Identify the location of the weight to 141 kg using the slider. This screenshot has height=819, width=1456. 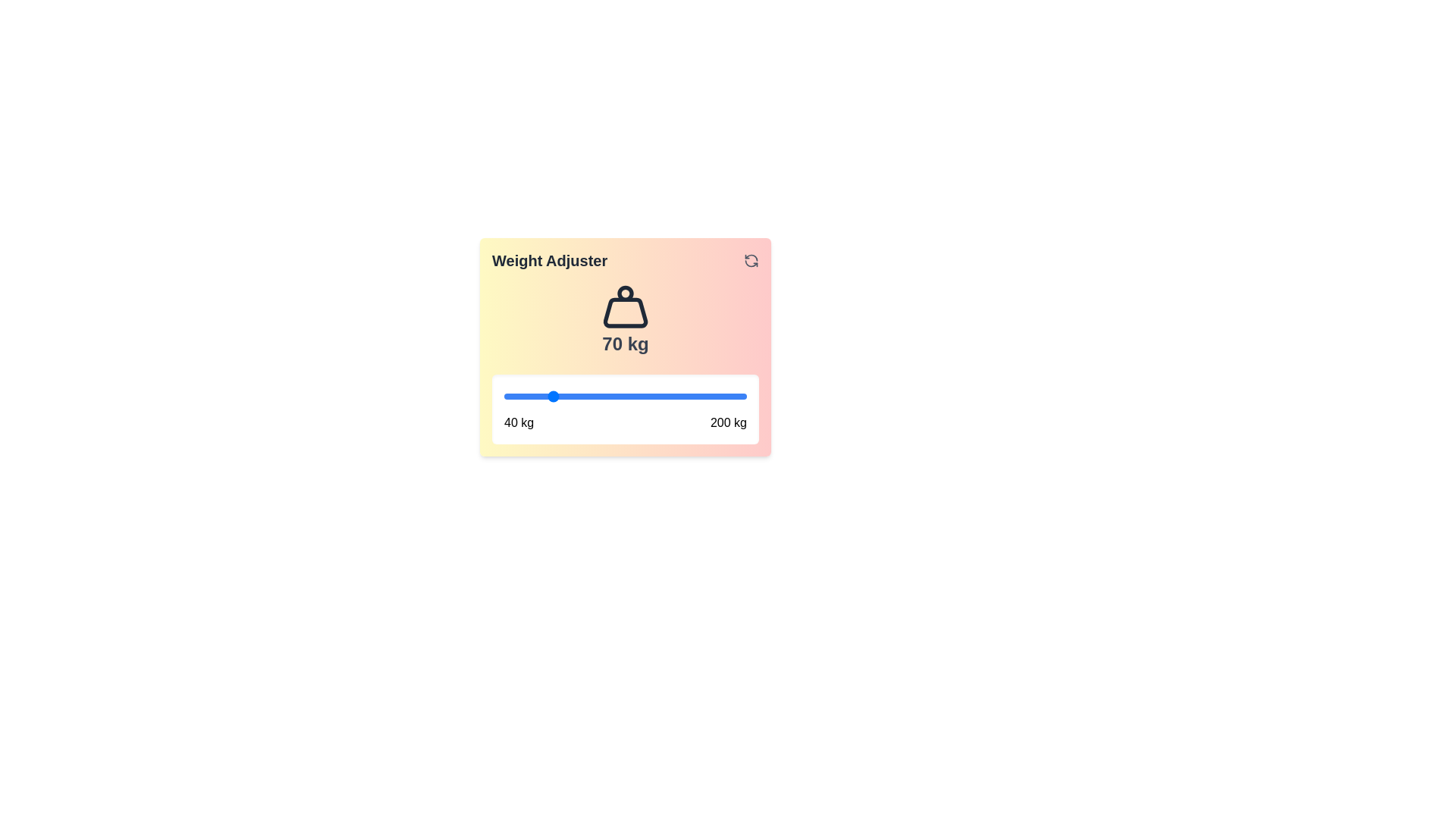
(657, 396).